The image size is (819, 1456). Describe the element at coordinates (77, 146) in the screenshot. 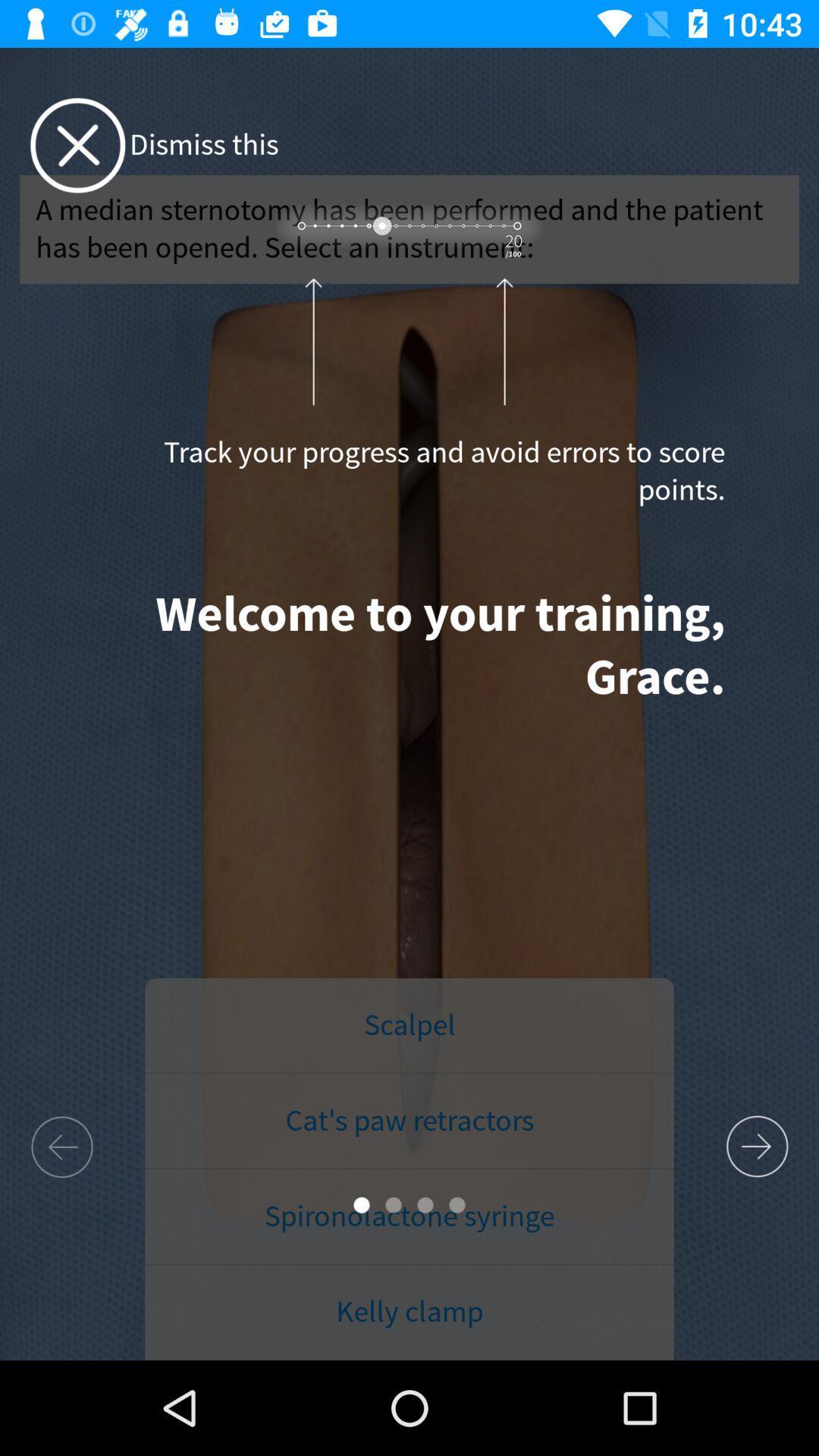

I see `the close icon` at that location.